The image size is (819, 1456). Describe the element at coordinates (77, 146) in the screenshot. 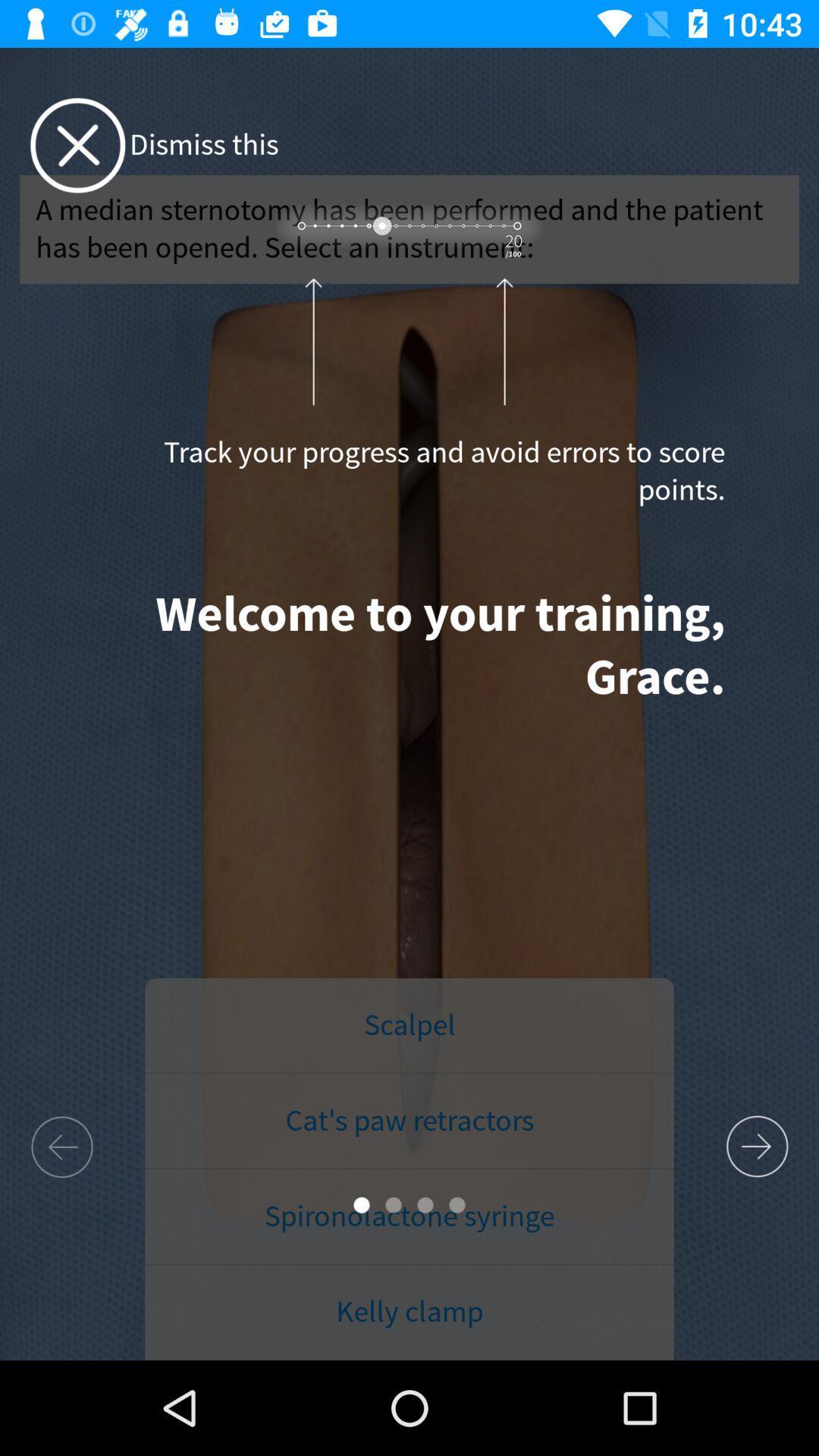

I see `the close icon` at that location.